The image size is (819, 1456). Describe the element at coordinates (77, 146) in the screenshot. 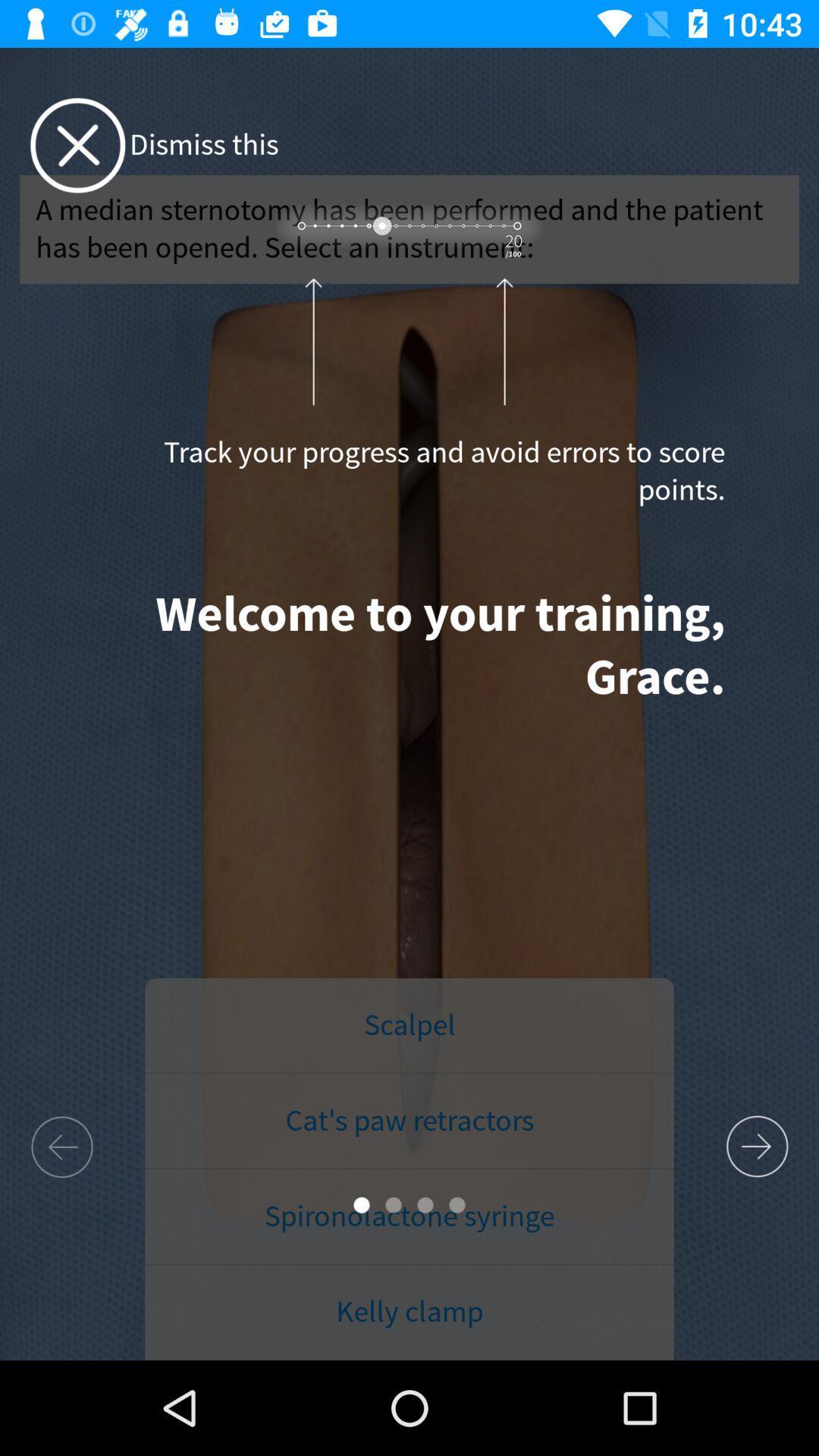

I see `the close icon` at that location.